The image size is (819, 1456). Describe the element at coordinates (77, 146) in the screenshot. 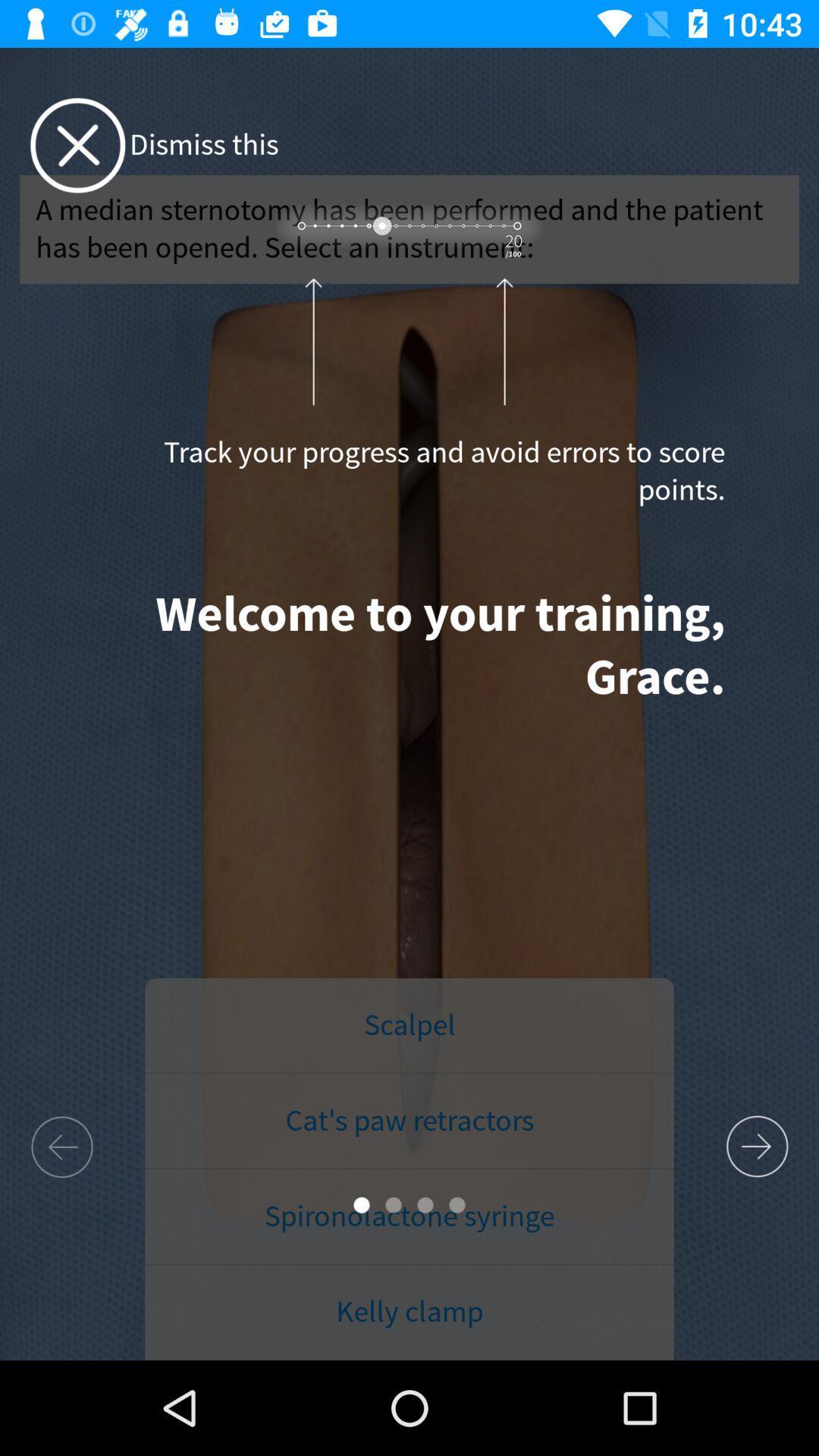

I see `the close icon` at that location.